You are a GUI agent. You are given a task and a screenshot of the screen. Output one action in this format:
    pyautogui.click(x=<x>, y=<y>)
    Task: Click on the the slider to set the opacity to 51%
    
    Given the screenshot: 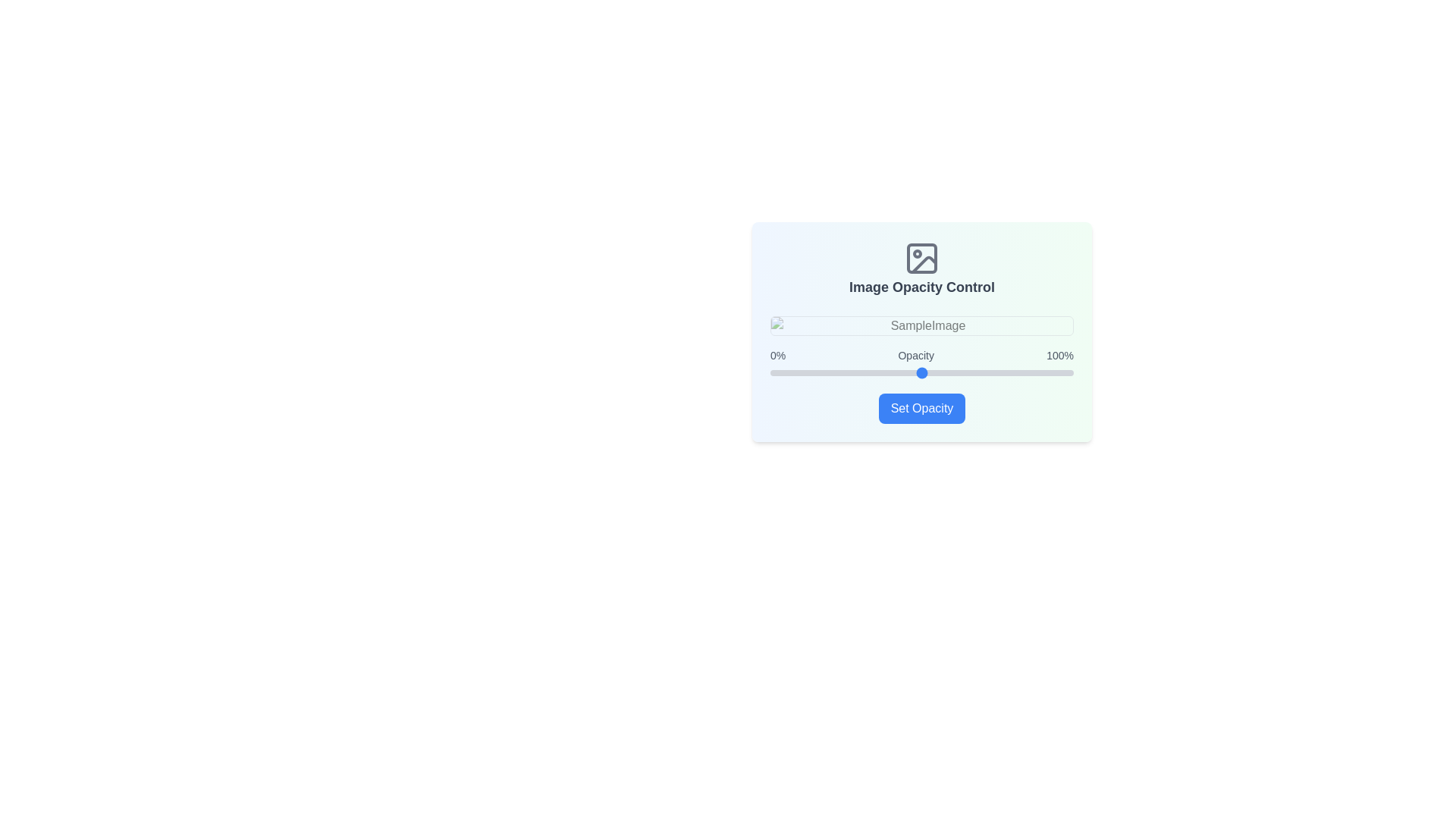 What is the action you would take?
    pyautogui.click(x=924, y=373)
    